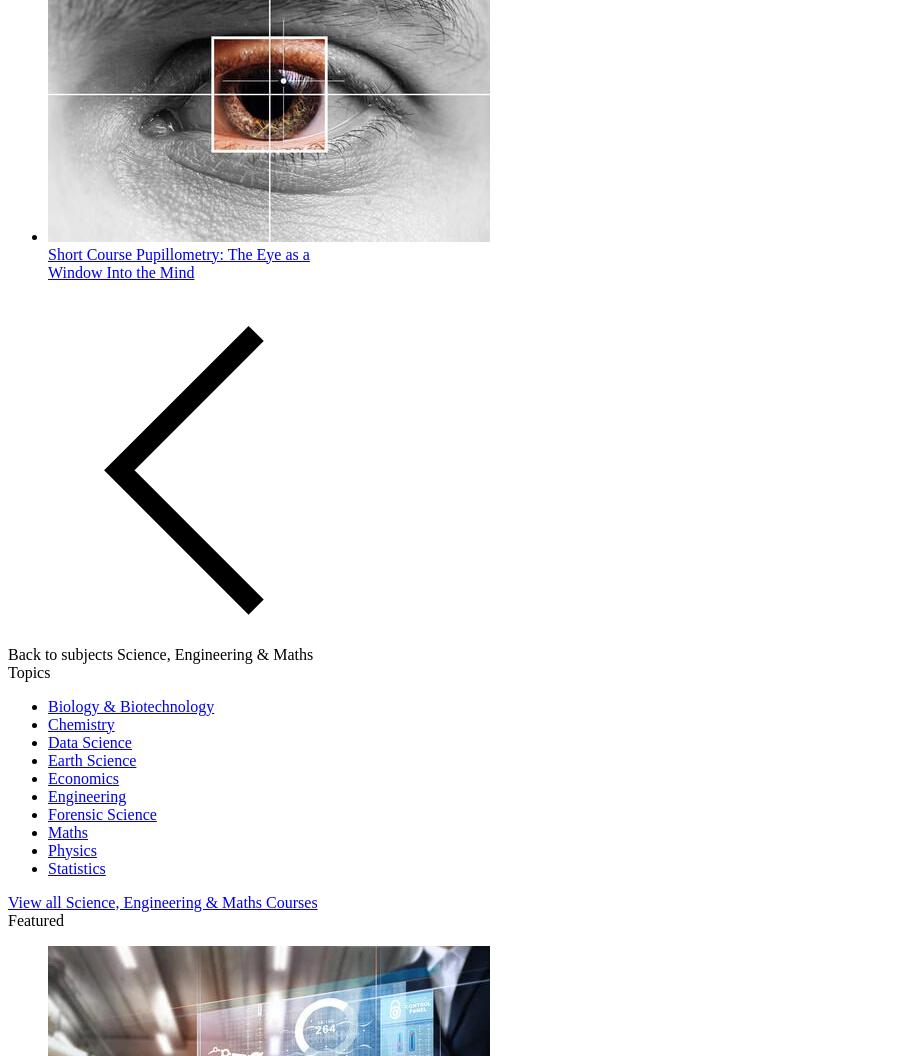  Describe the element at coordinates (48, 261) in the screenshot. I see `'Pupillometry: The Eye as a Window Into the Mind'` at that location.